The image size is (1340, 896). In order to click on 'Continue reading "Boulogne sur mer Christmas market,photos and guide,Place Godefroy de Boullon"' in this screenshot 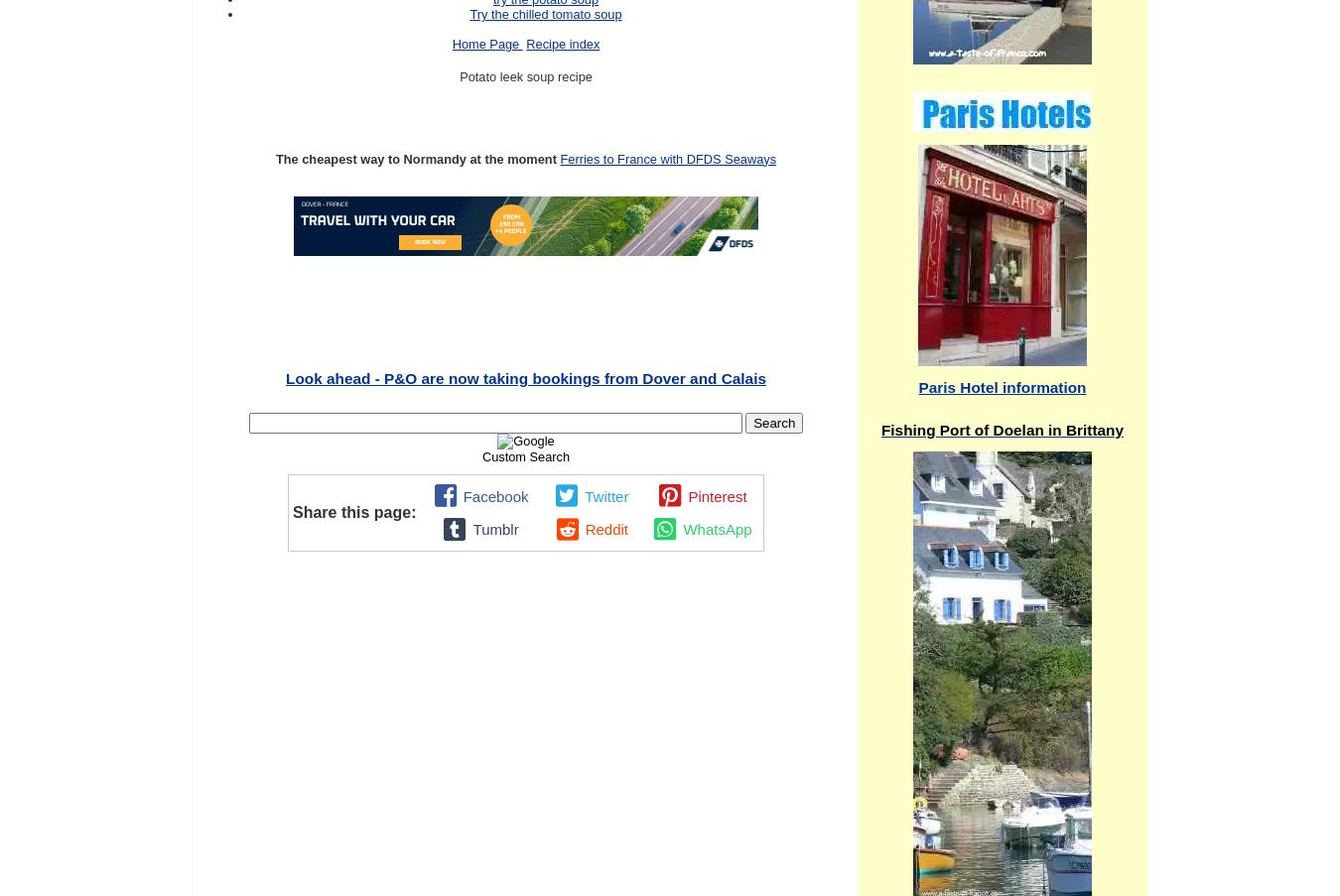, I will do `click(524, 864)`.